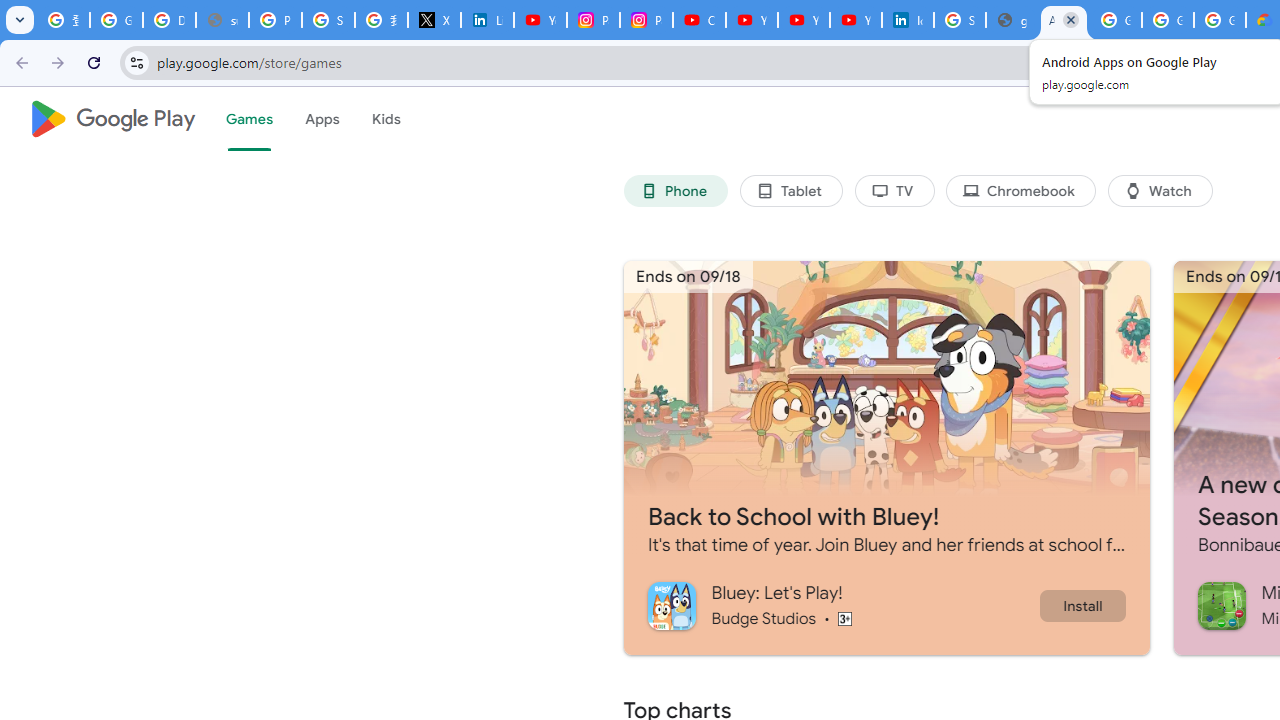  Describe the element at coordinates (803, 20) in the screenshot. I see `'YouTube Culture & Trends - YouTube Top 10, 2021'` at that location.